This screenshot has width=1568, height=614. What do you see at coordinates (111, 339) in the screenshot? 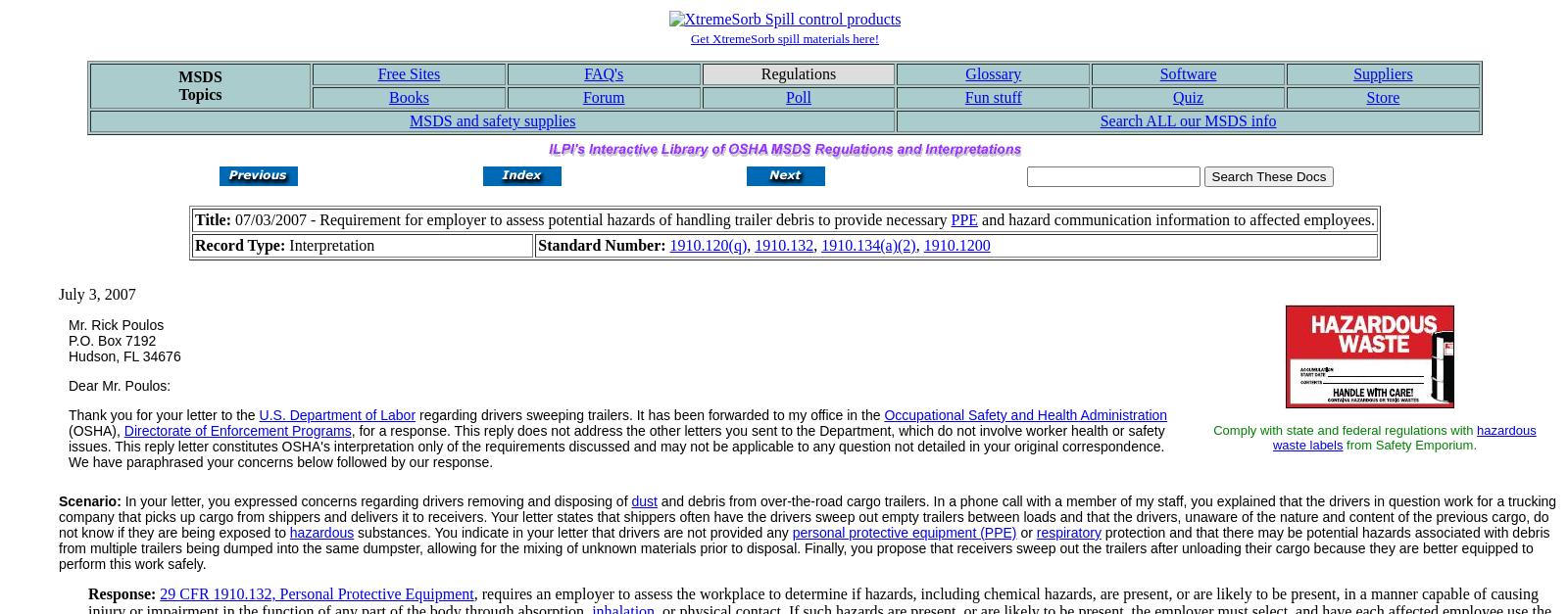
I see `'P.O. Box 7192'` at bounding box center [111, 339].